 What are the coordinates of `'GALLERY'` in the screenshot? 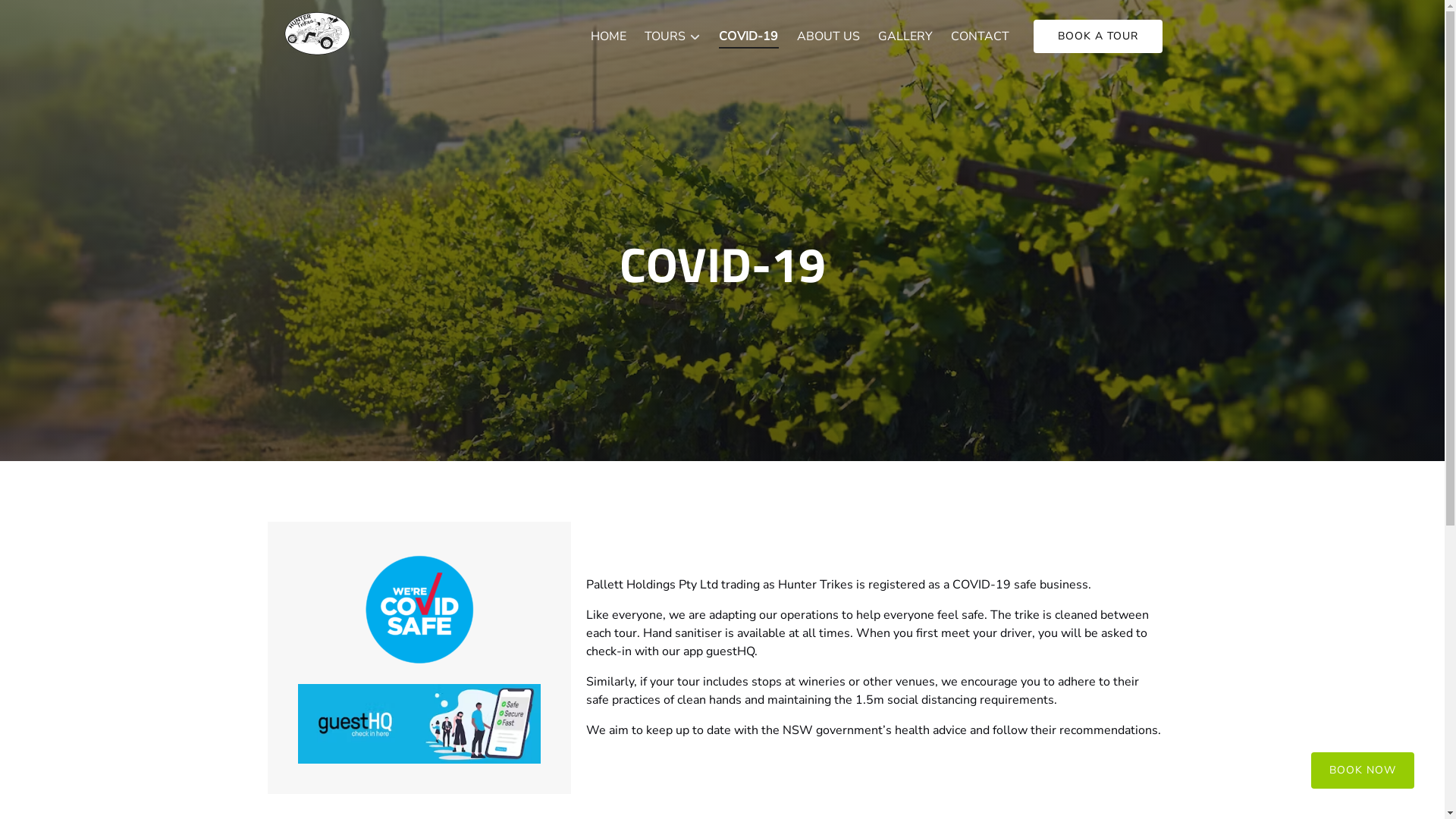 It's located at (869, 35).